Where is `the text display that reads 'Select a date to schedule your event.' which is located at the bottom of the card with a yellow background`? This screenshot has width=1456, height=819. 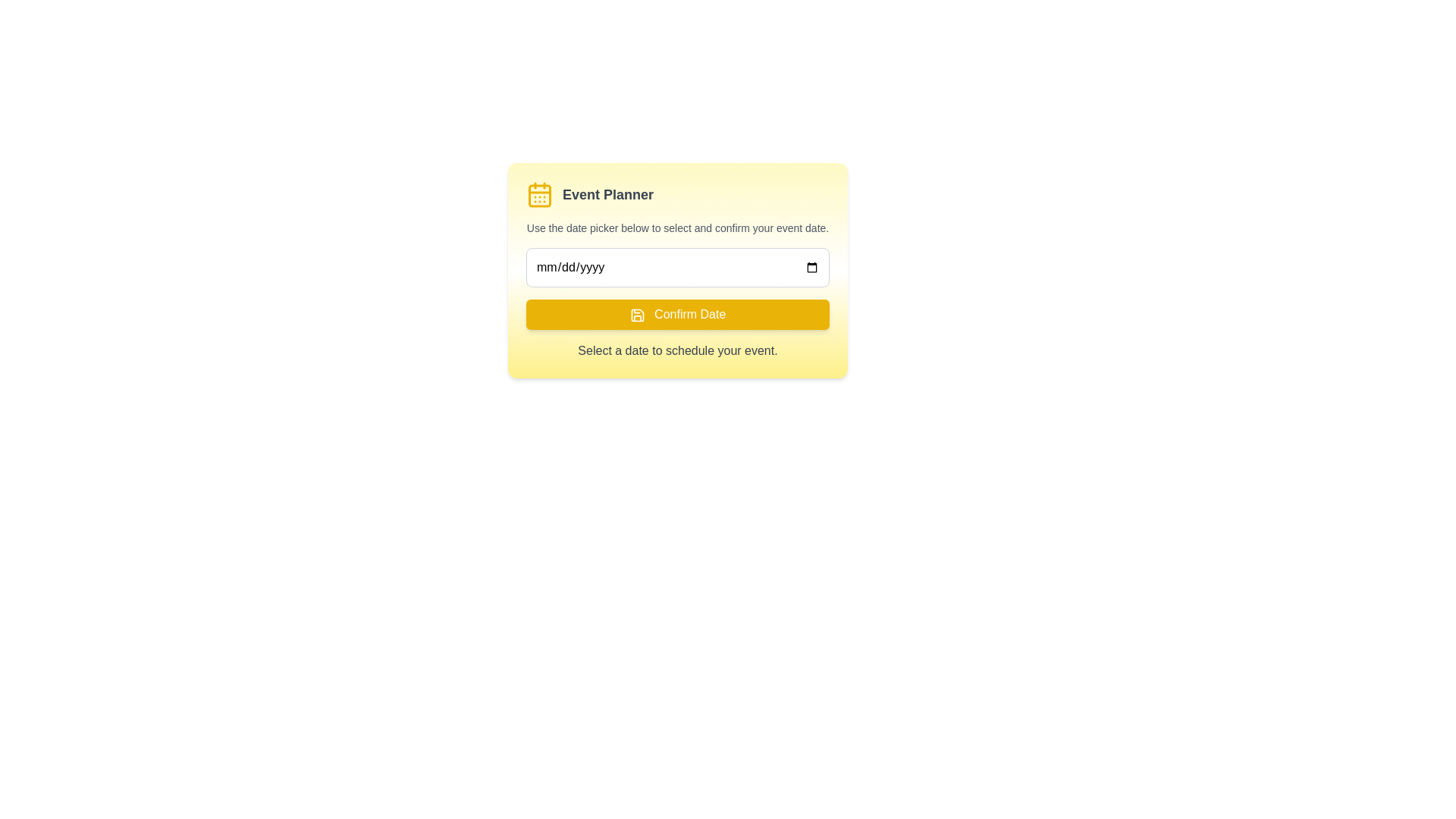 the text display that reads 'Select a date to schedule your event.' which is located at the bottom of the card with a yellow background is located at coordinates (676, 350).